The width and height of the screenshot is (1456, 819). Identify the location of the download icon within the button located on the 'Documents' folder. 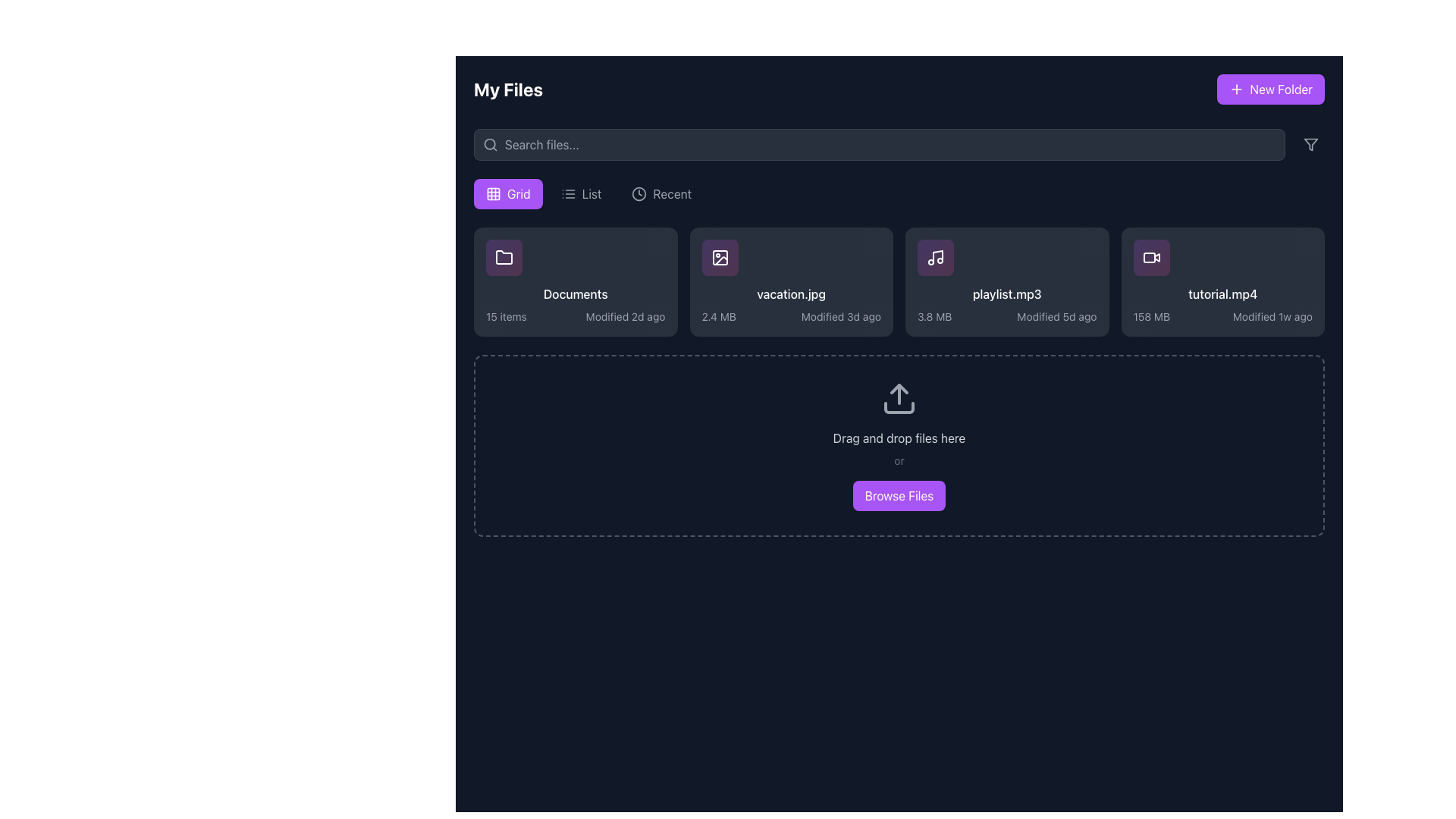
(539, 281).